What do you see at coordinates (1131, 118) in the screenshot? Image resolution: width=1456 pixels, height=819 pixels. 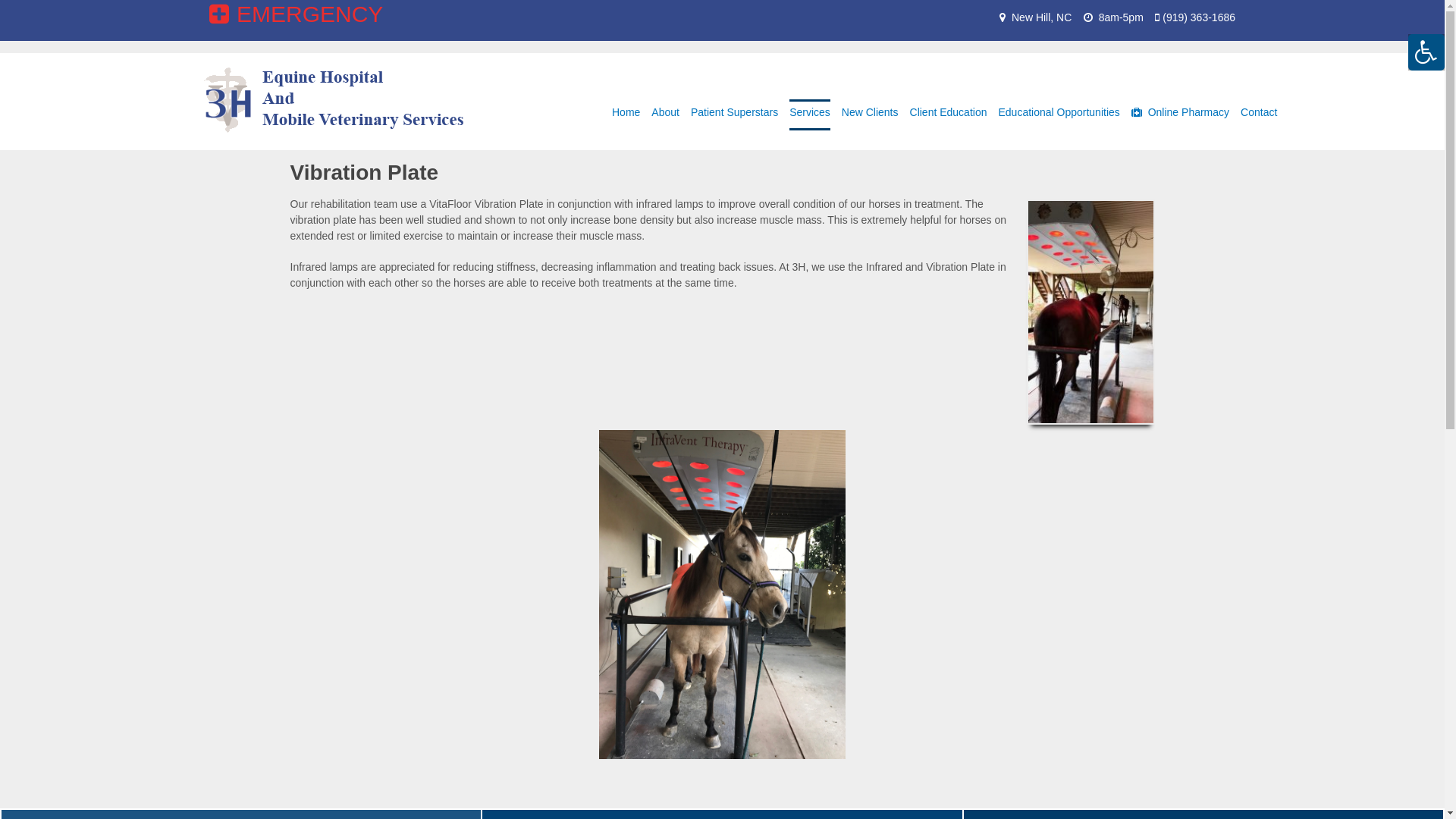 I see `'Online Pharmacy'` at bounding box center [1131, 118].